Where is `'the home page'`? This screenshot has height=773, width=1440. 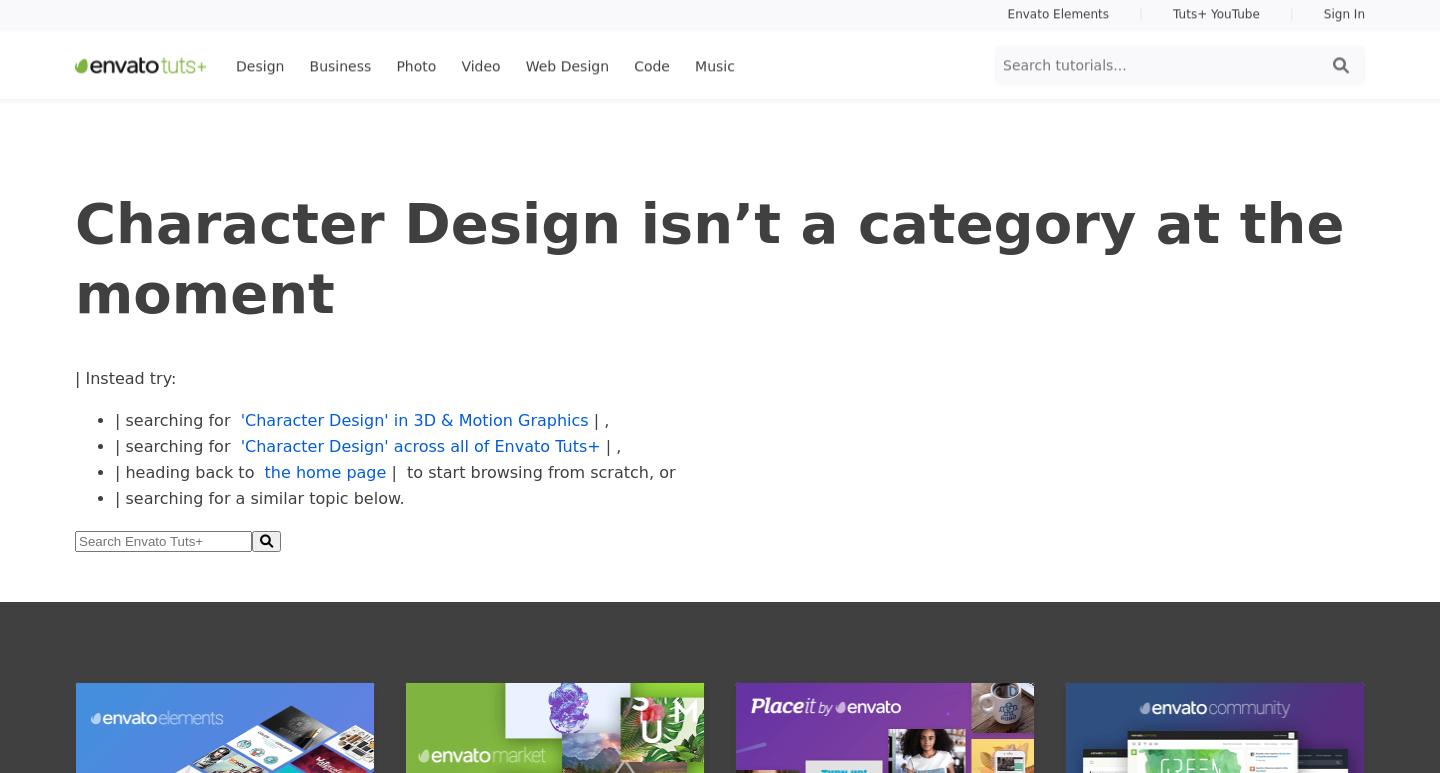
'the home page' is located at coordinates (325, 471).